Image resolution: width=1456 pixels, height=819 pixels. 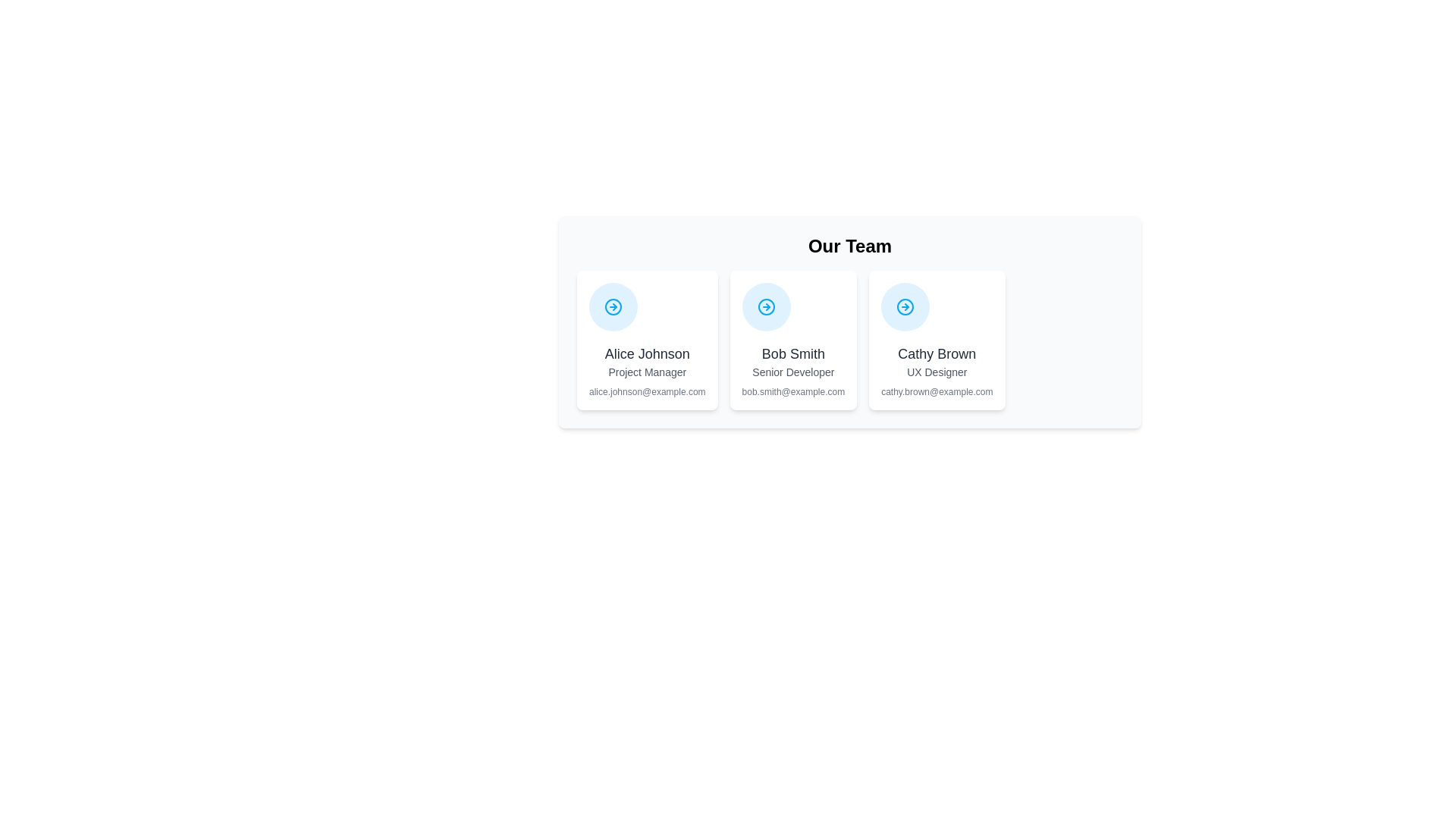 What do you see at coordinates (766, 307) in the screenshot?
I see `the circular component located centrally in the 'Circle-Arrow-Right' icon for Bob Smith within the second card of the 'Our Team' section` at bounding box center [766, 307].